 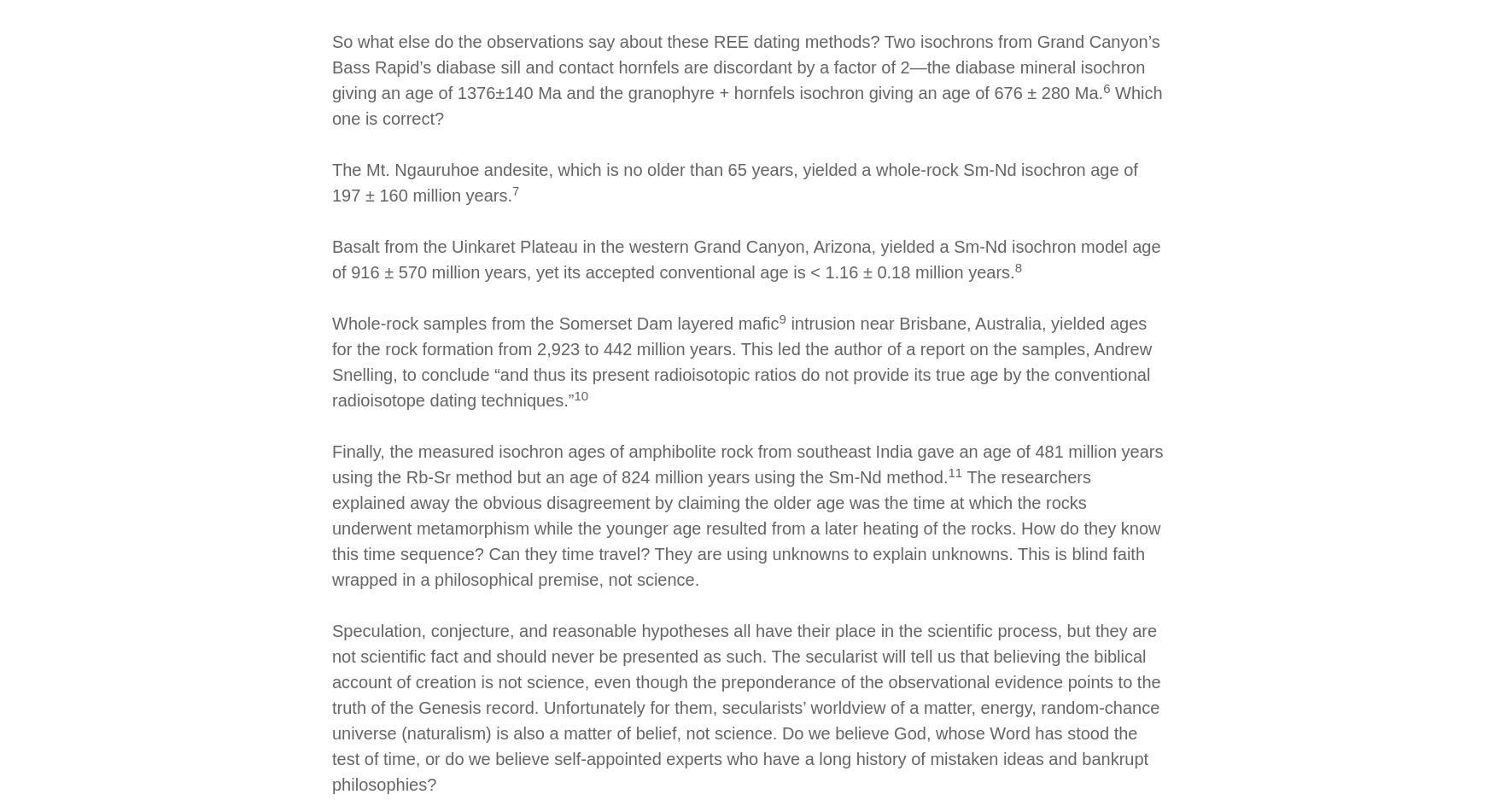 What do you see at coordinates (516, 190) in the screenshot?
I see `'7'` at bounding box center [516, 190].